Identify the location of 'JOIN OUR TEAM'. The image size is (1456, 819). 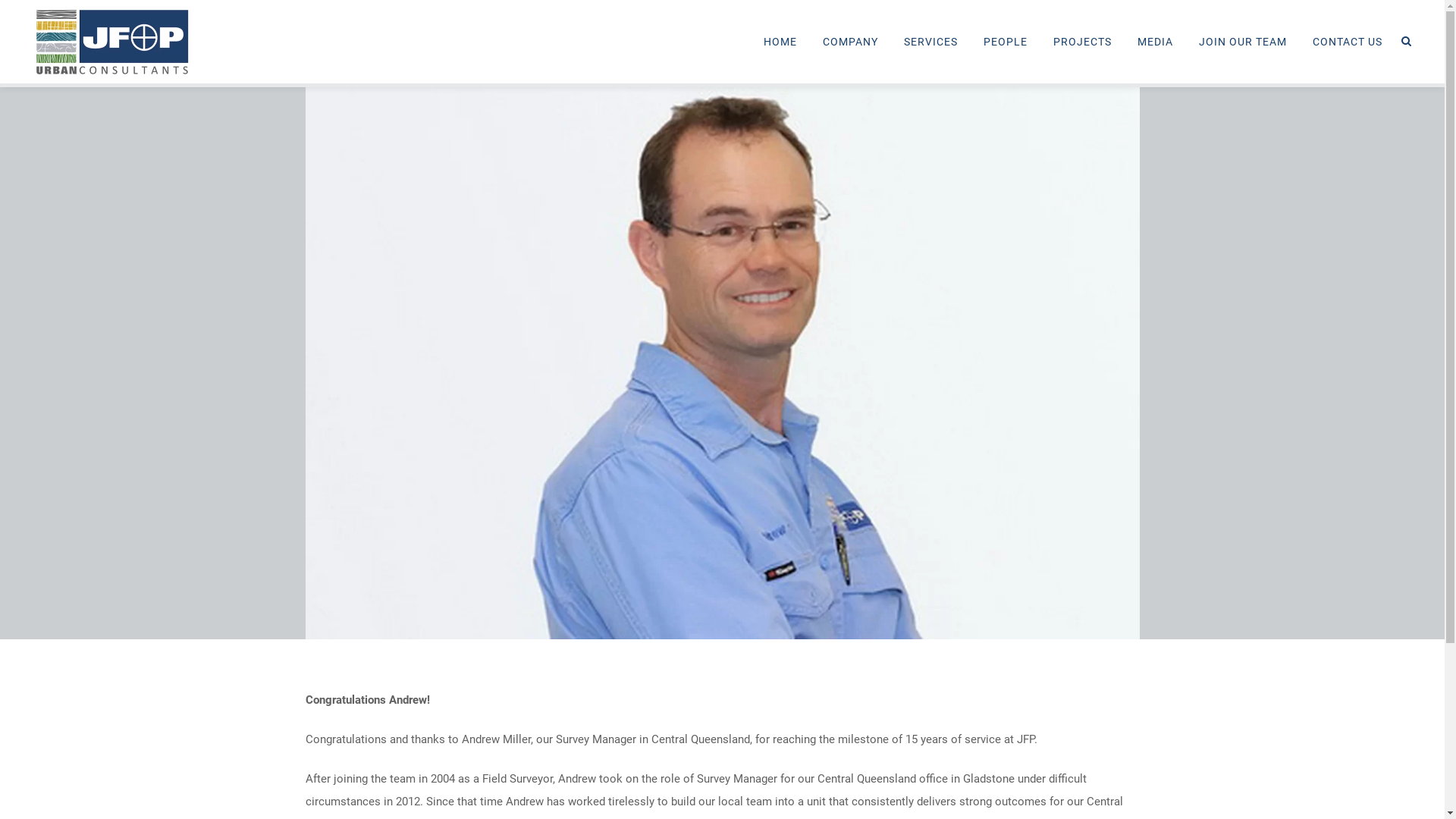
(1242, 40).